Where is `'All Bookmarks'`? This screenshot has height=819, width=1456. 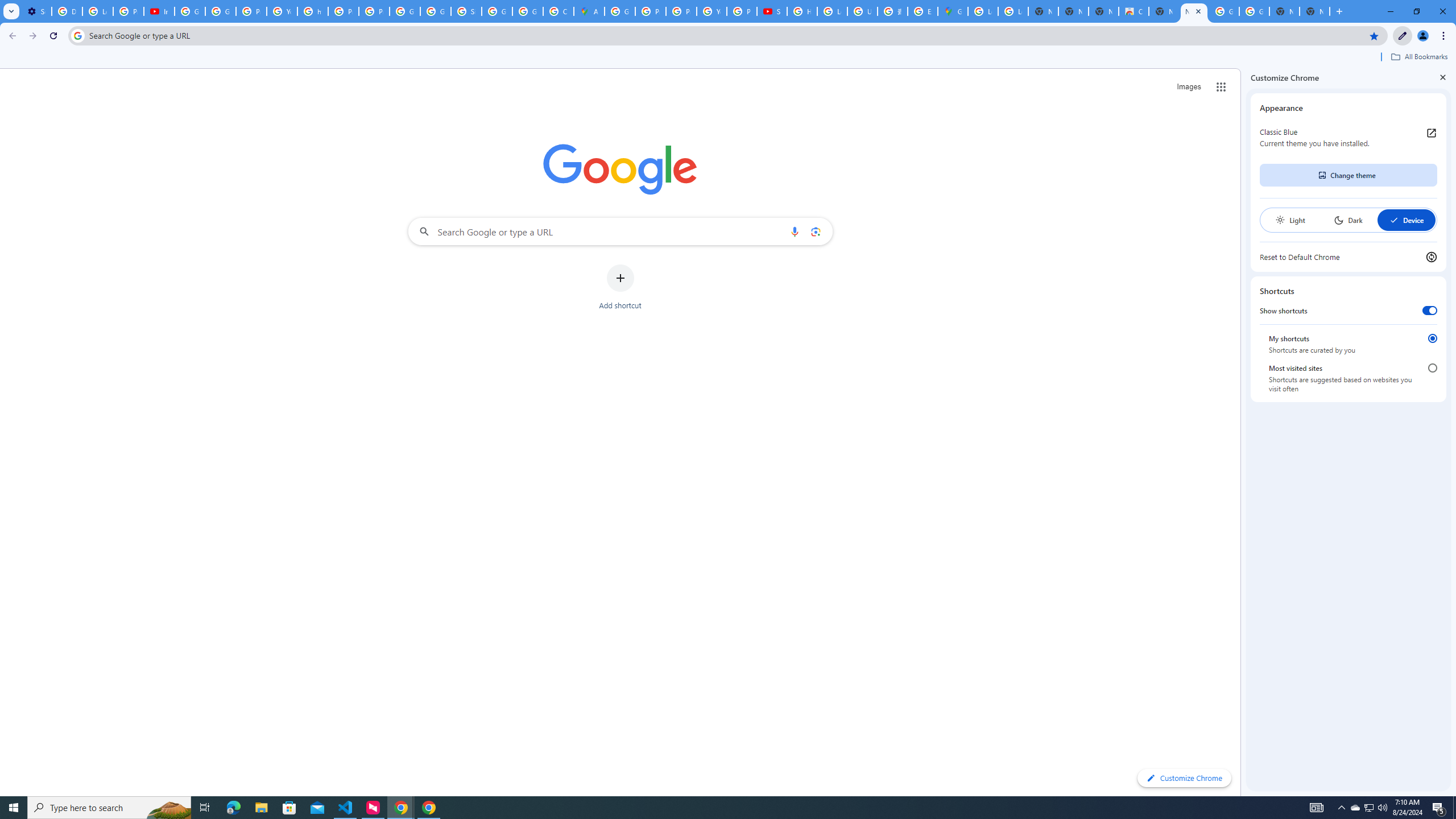 'All Bookmarks' is located at coordinates (1418, 56).